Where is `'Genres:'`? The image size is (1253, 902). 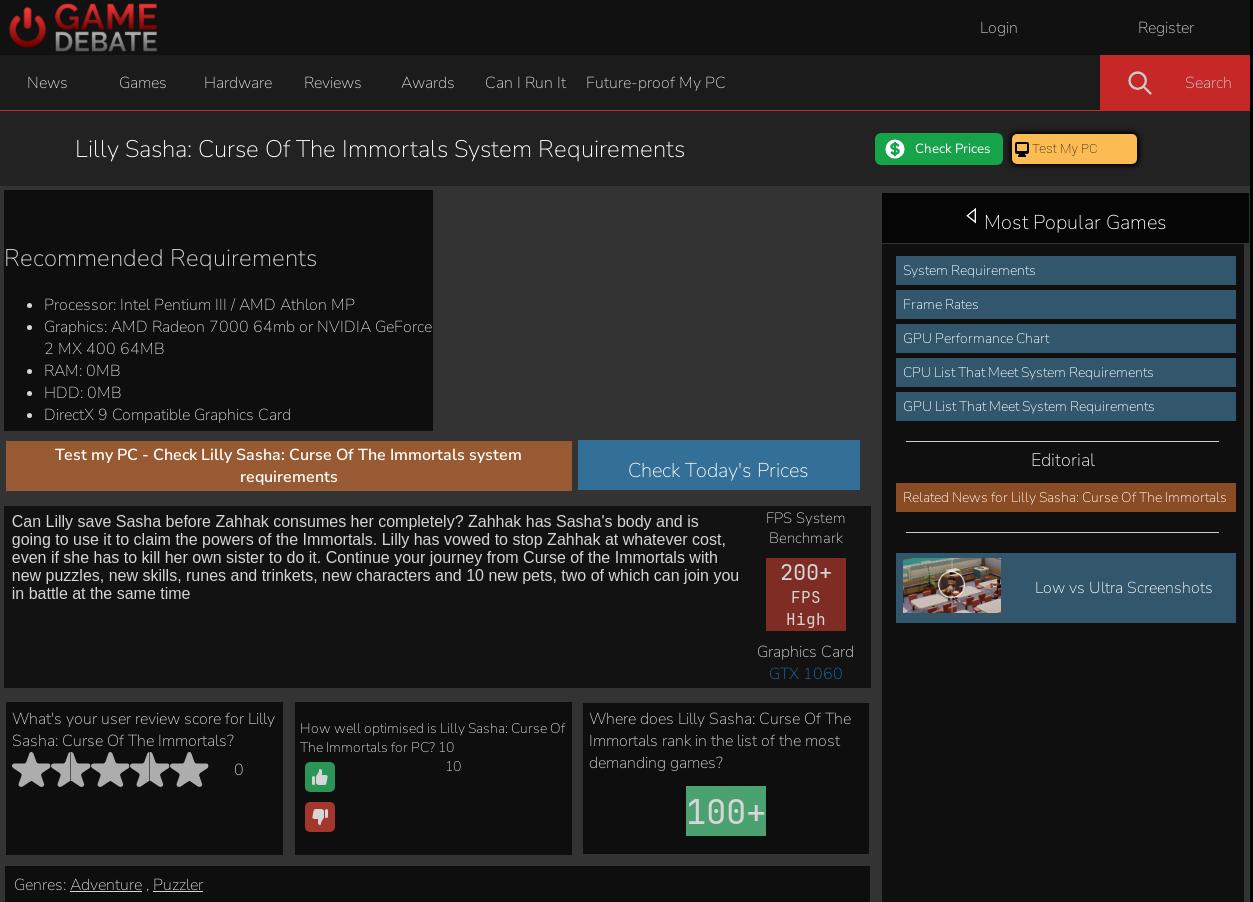 'Genres:' is located at coordinates (14, 193).